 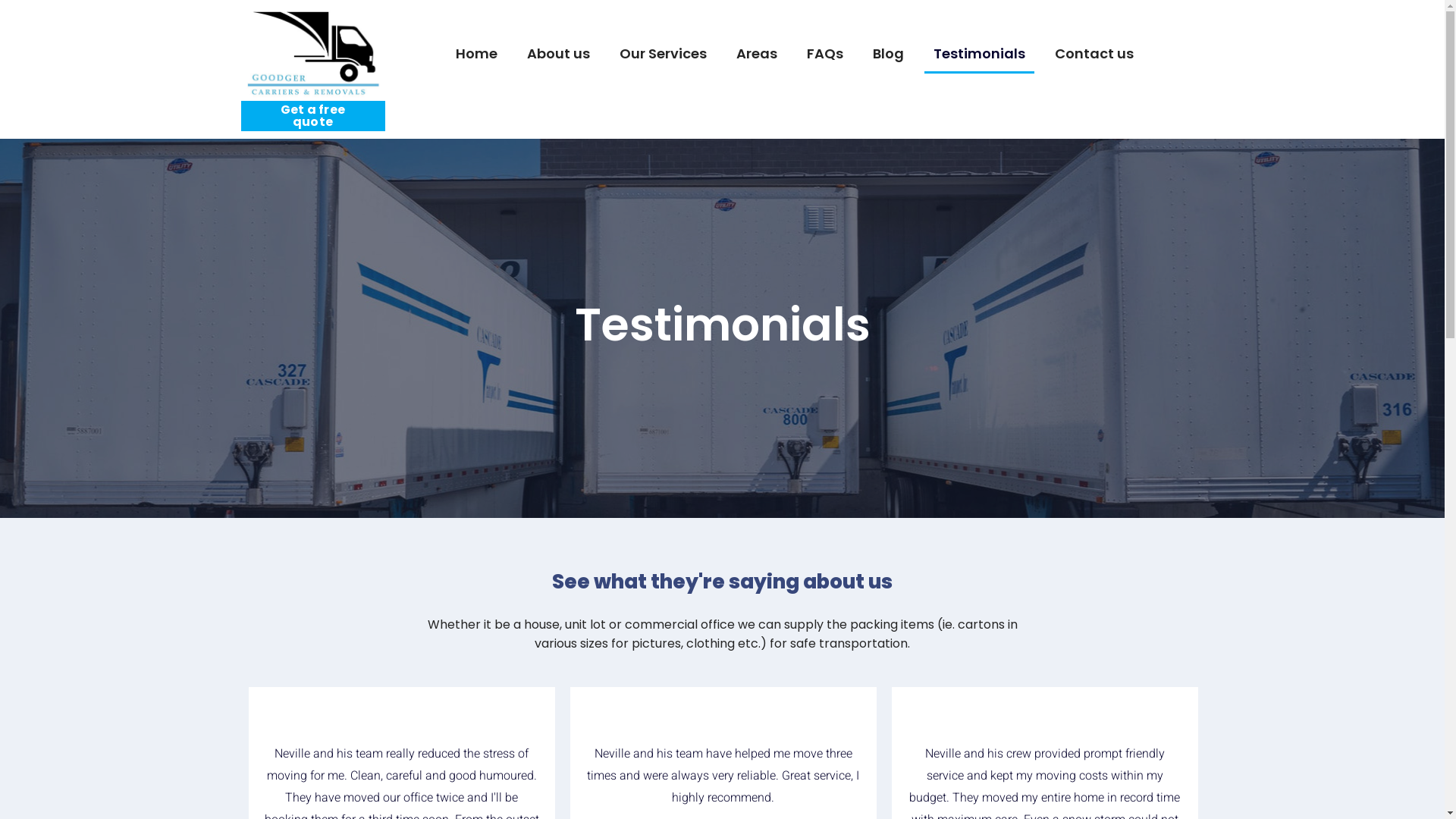 I want to click on 'Home', so click(x=475, y=54).